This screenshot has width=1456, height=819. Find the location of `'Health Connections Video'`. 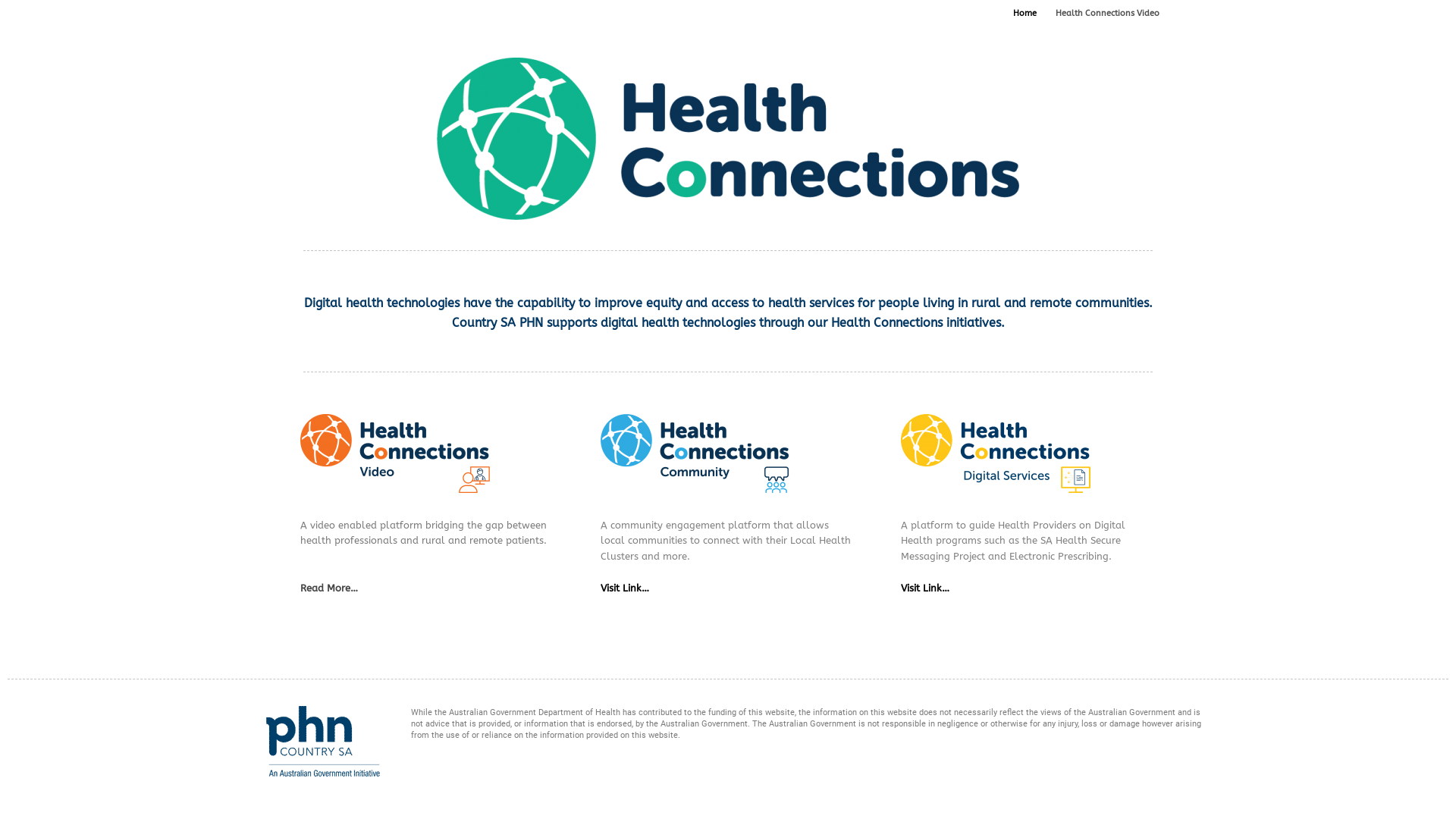

'Health Connections Video' is located at coordinates (1107, 14).